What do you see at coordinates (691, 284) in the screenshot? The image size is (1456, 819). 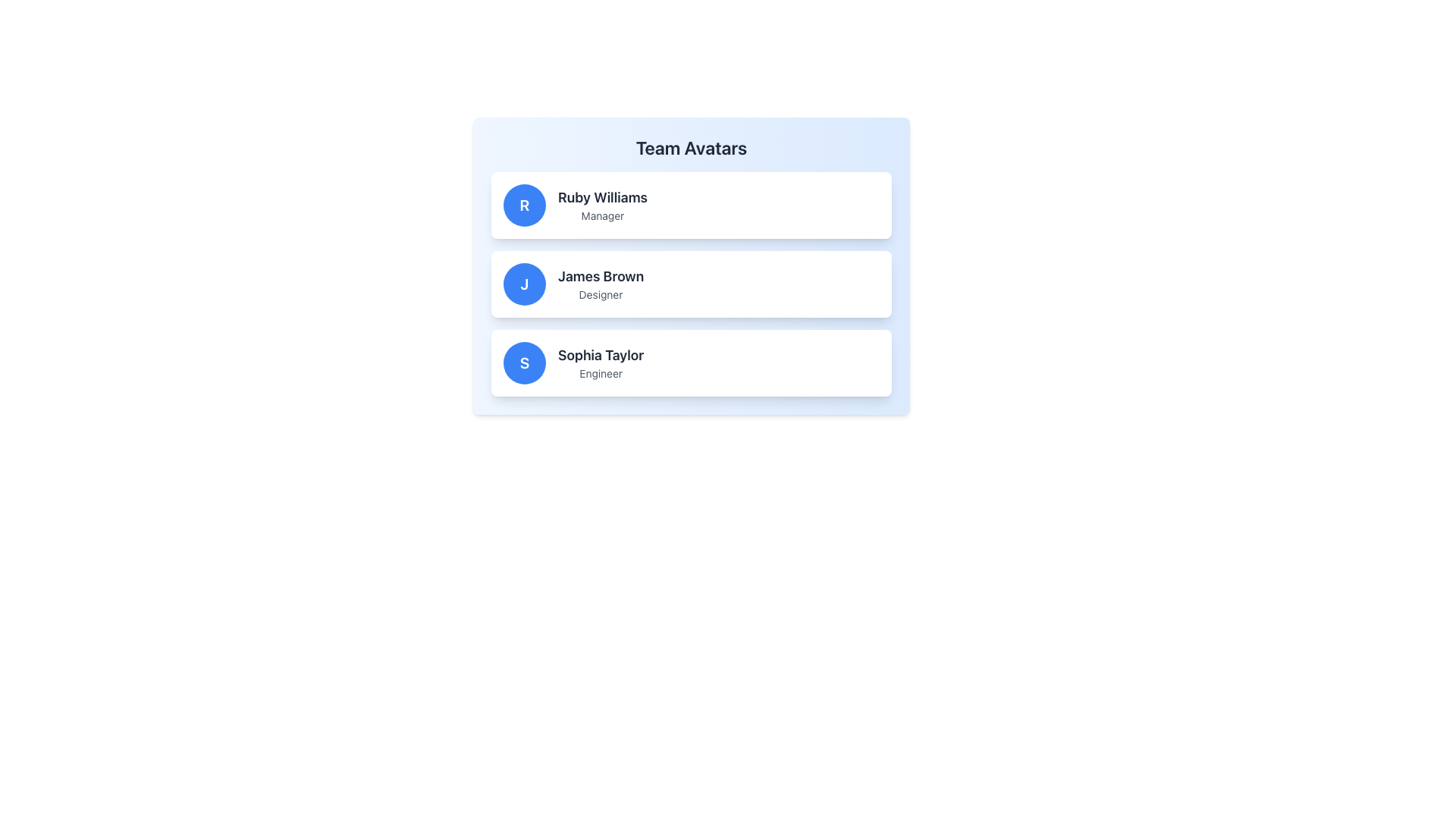 I see `the List Item displaying the profile information of team member James Brown, who is a Designer, located between Ruby Williams and Sophia Taylor` at bounding box center [691, 284].